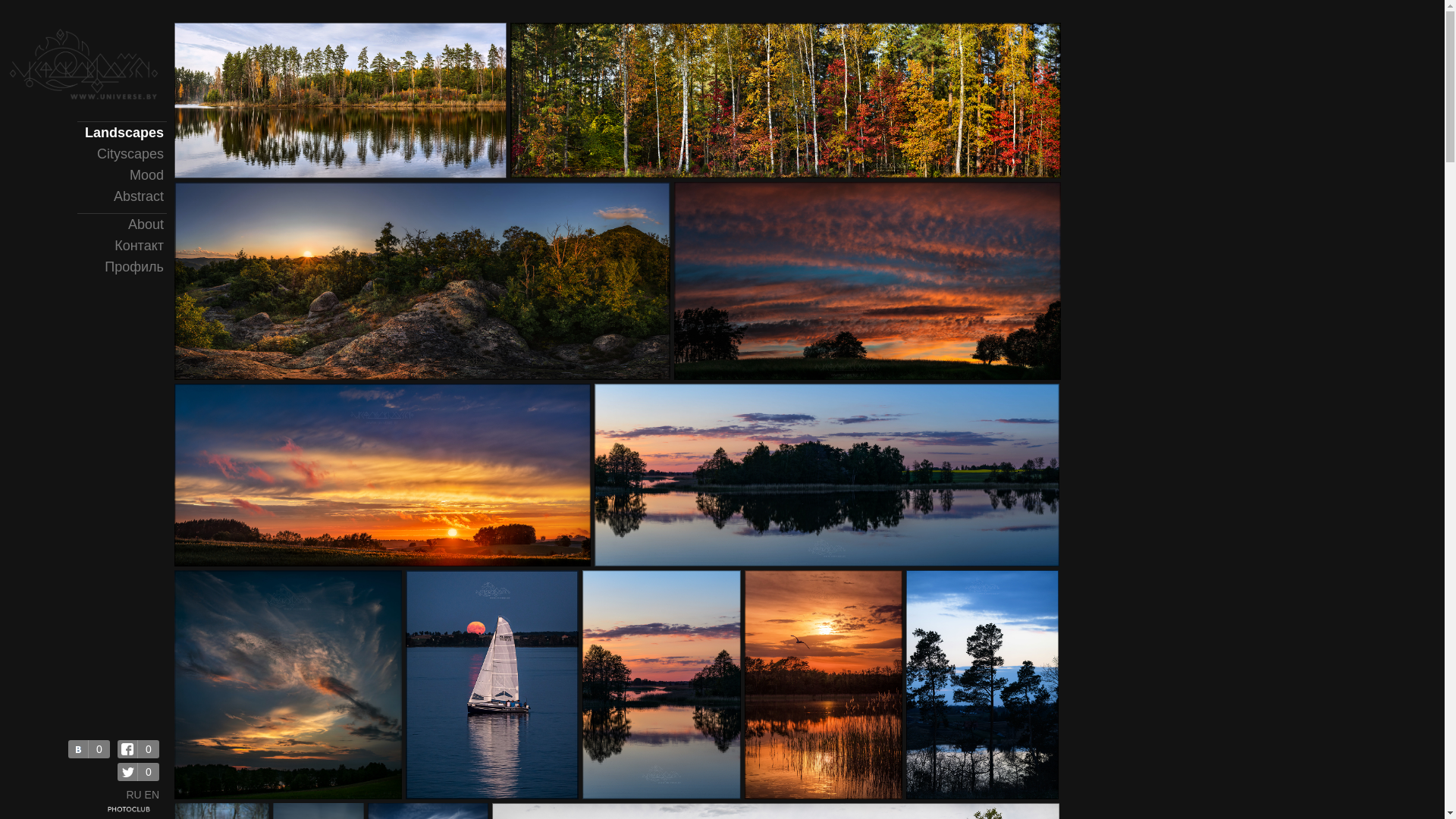 This screenshot has height=819, width=1456. Describe the element at coordinates (133, 794) in the screenshot. I see `'RU'` at that location.